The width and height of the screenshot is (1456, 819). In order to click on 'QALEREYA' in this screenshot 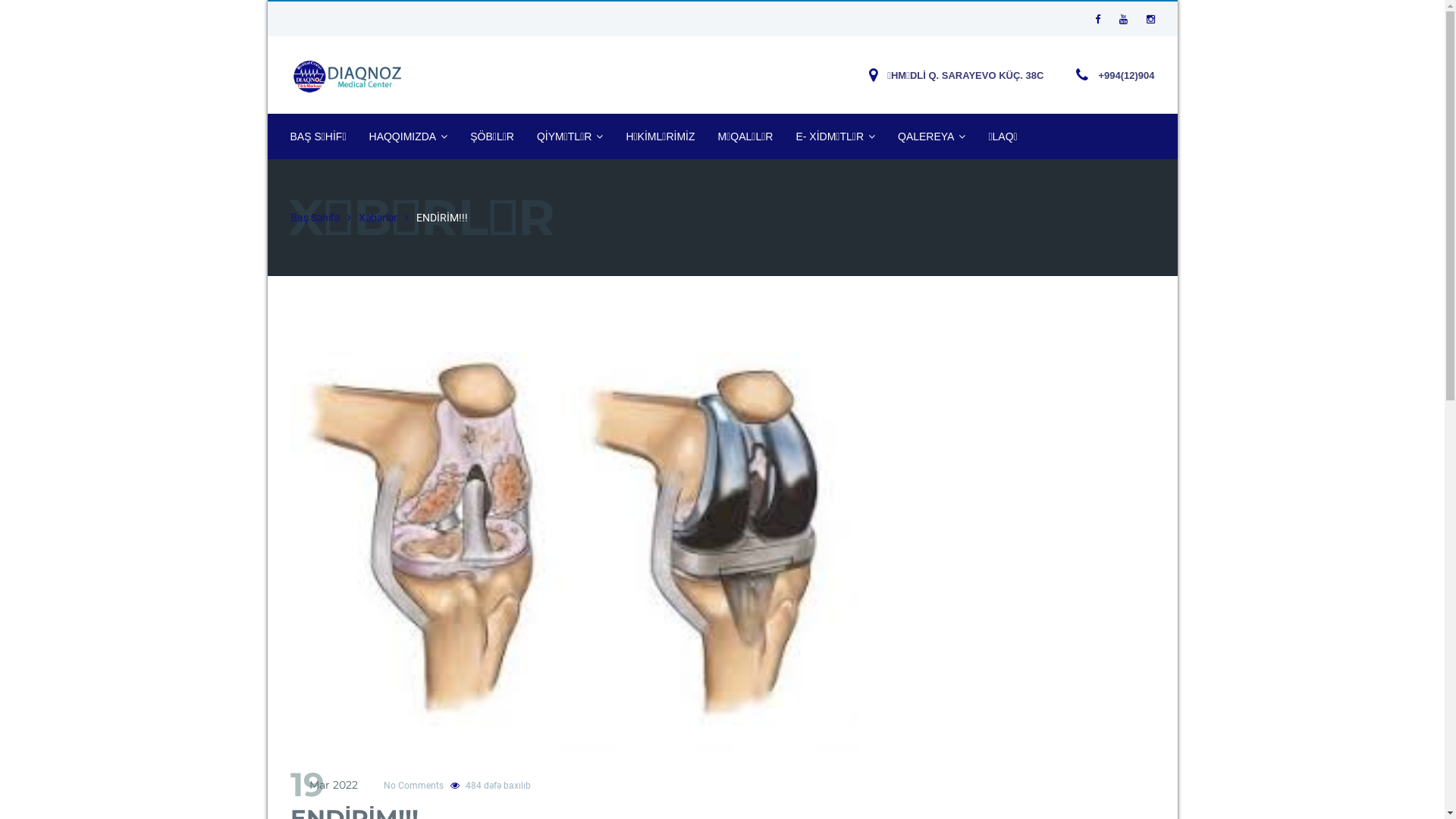, I will do `click(930, 136)`.